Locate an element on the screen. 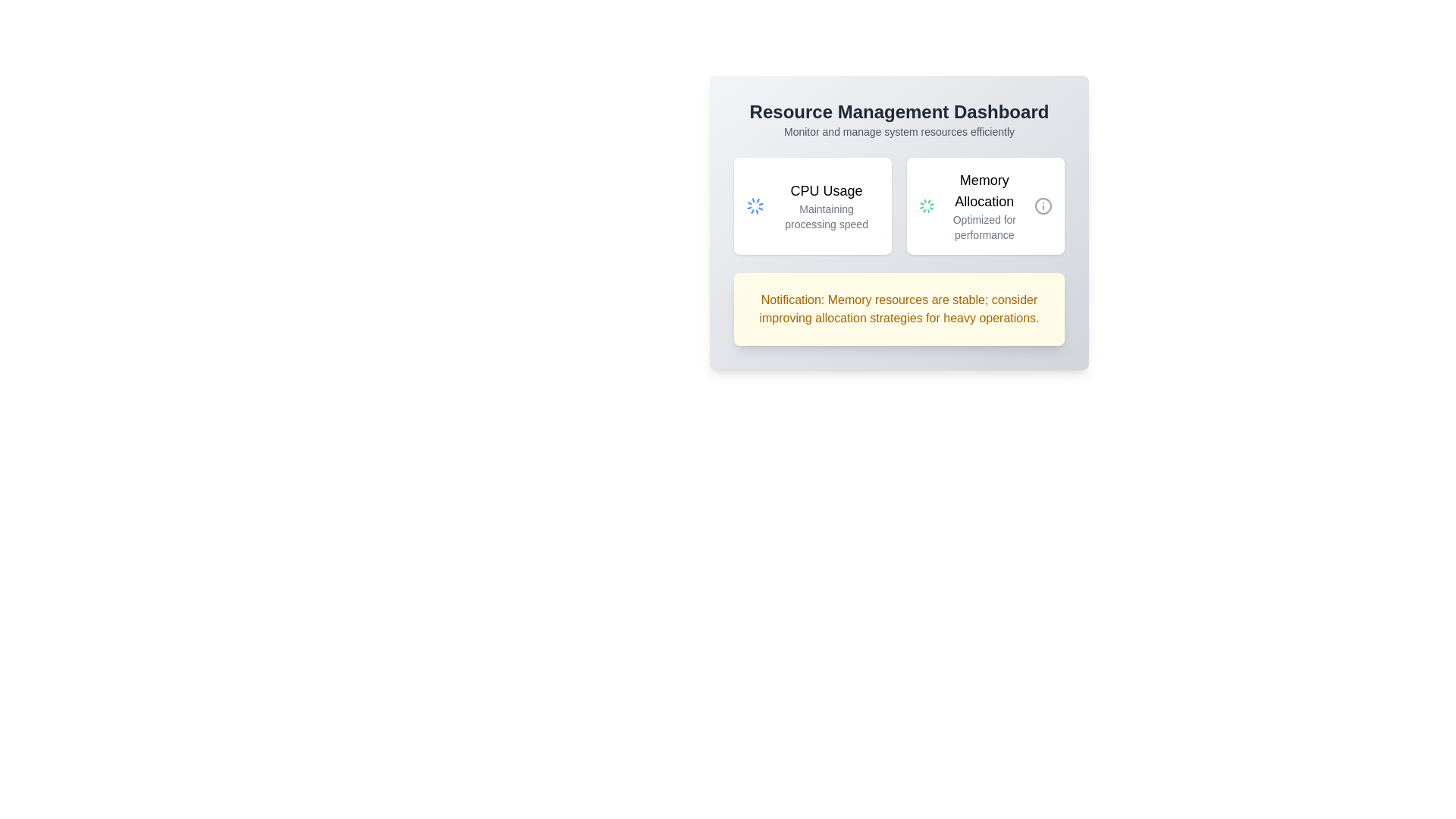 This screenshot has height=819, width=1456. the notification text label that displays 'Notification: Memory resources are stable; consider improving allocation strategies for heavy operations.' is located at coordinates (899, 309).